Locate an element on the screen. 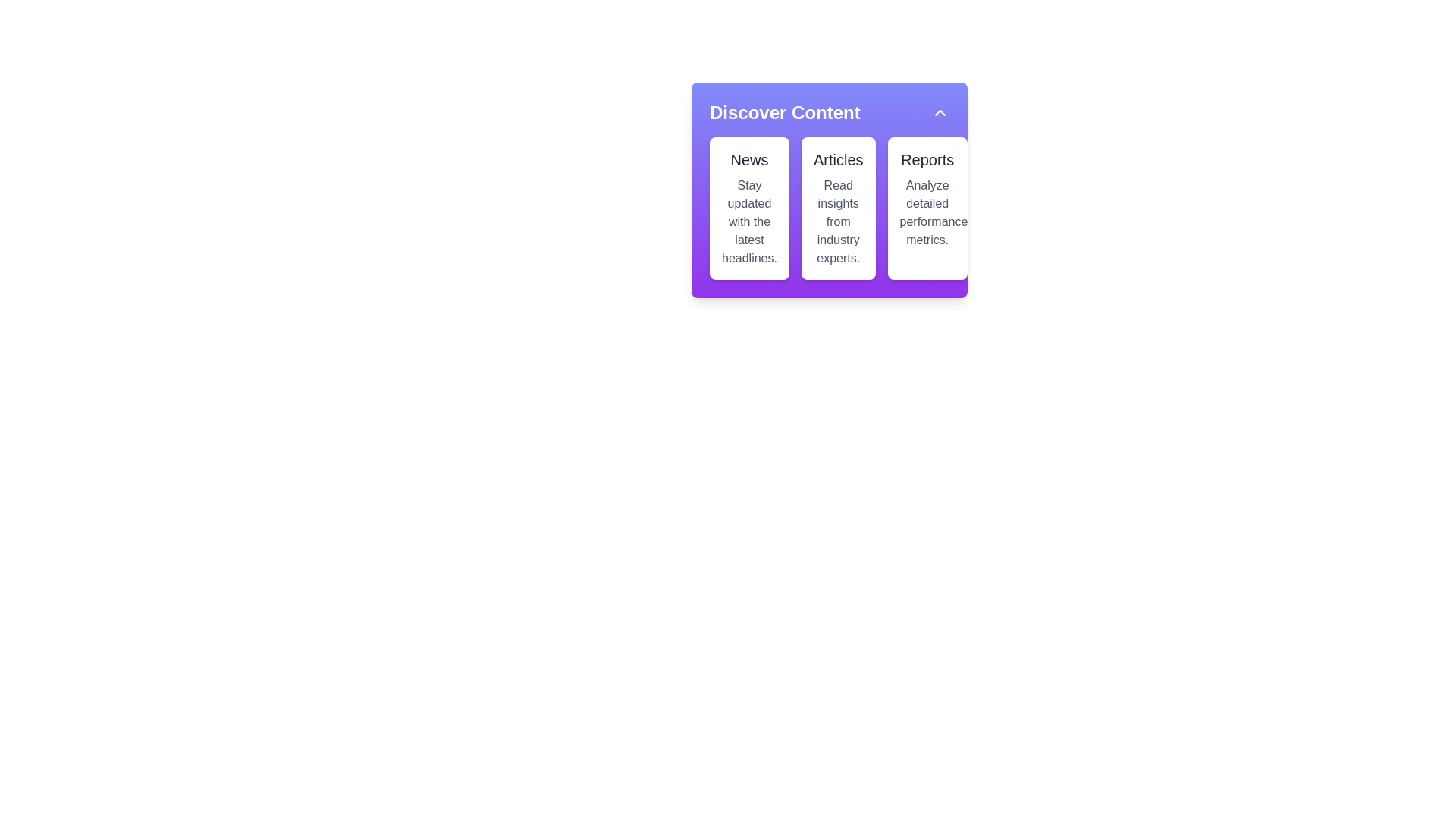  the interactive icon is located at coordinates (939, 112).